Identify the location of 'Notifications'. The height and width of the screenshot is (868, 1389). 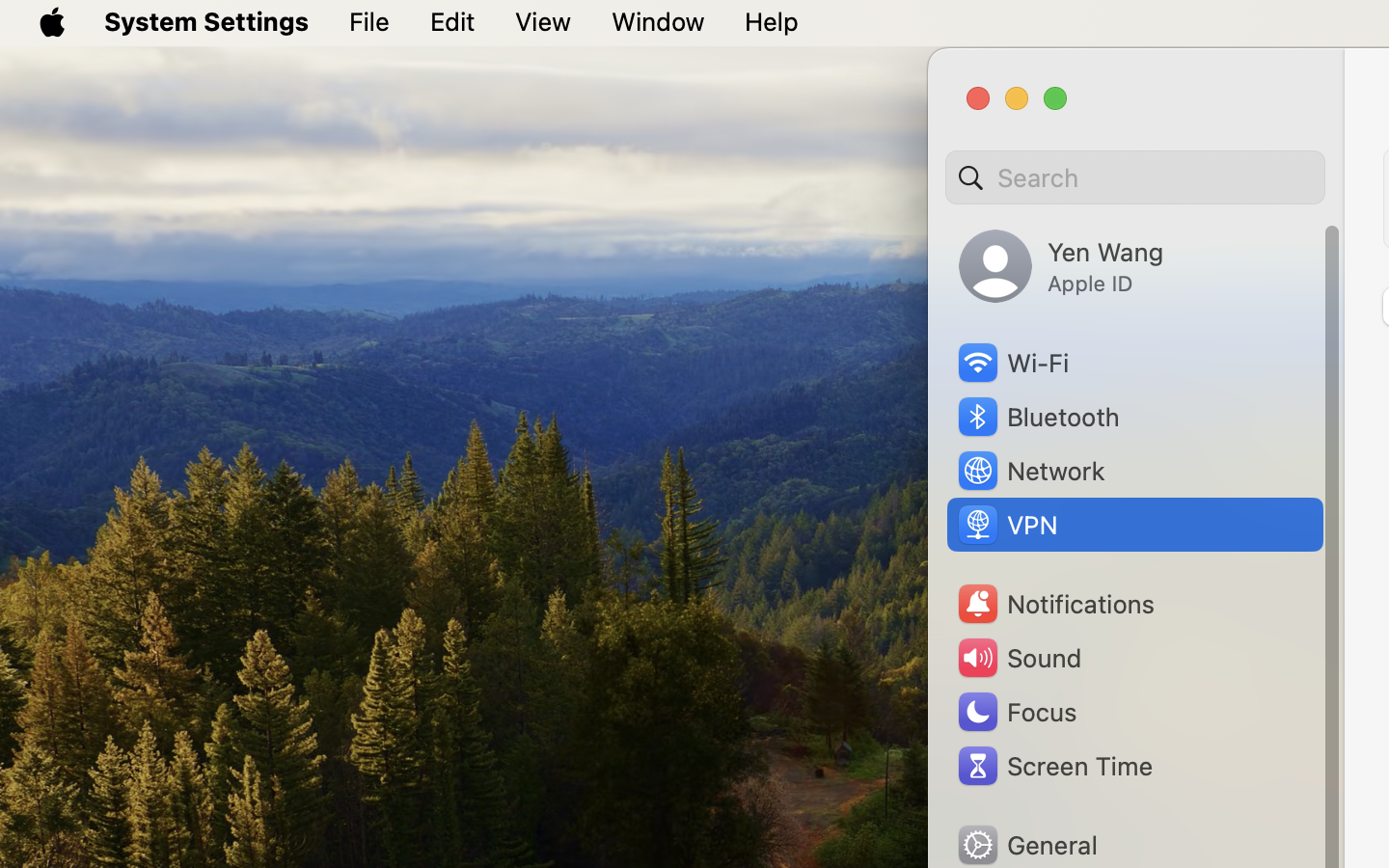
(1053, 604).